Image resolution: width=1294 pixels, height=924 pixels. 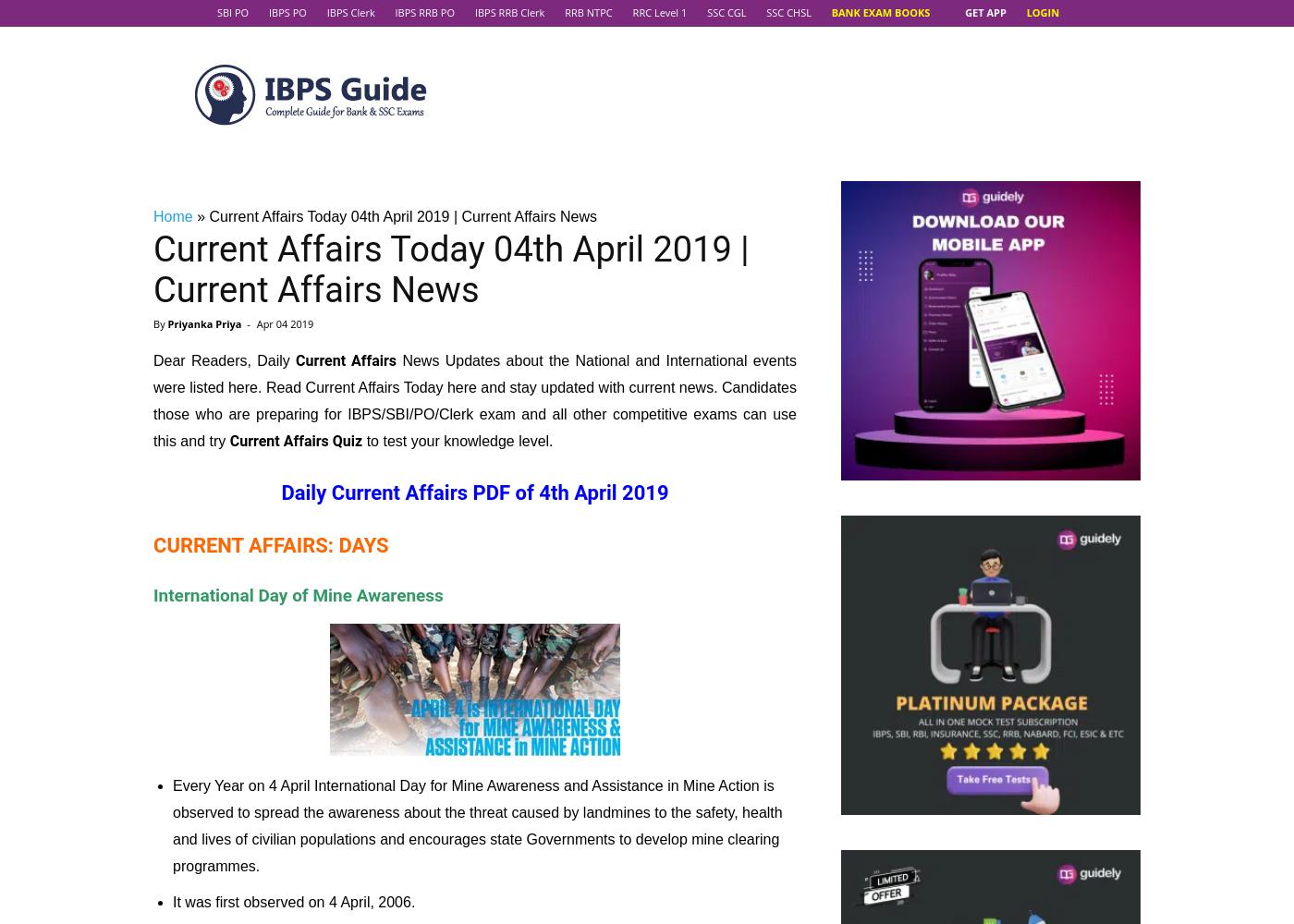 I want to click on 'Indian golfer Shiv Kapur', so click(x=419, y=86).